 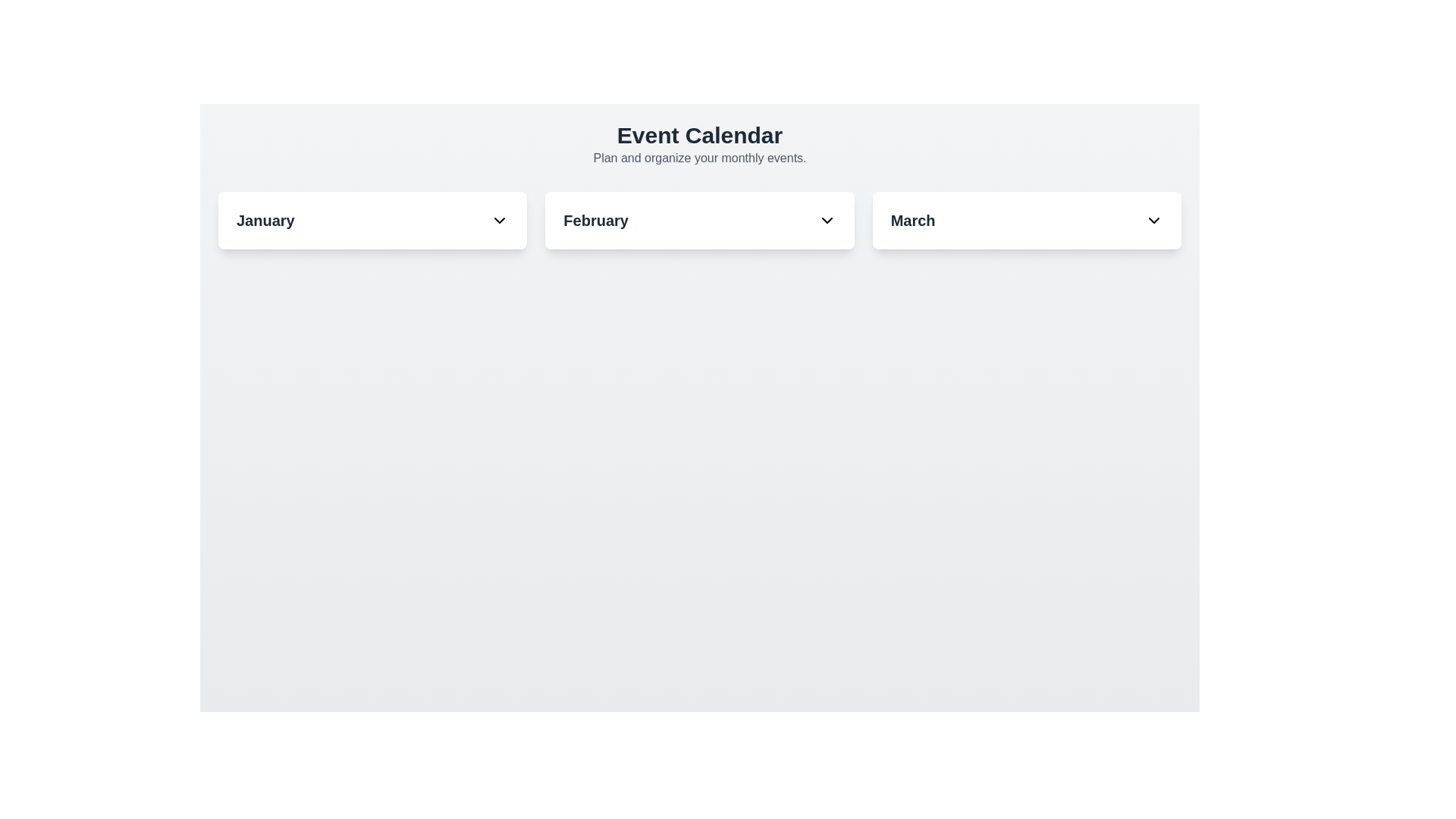 What do you see at coordinates (1153, 220) in the screenshot?
I see `the downward-pointing chevron icon with a black outline, located on the right side of the 'March' dropdown button` at bounding box center [1153, 220].